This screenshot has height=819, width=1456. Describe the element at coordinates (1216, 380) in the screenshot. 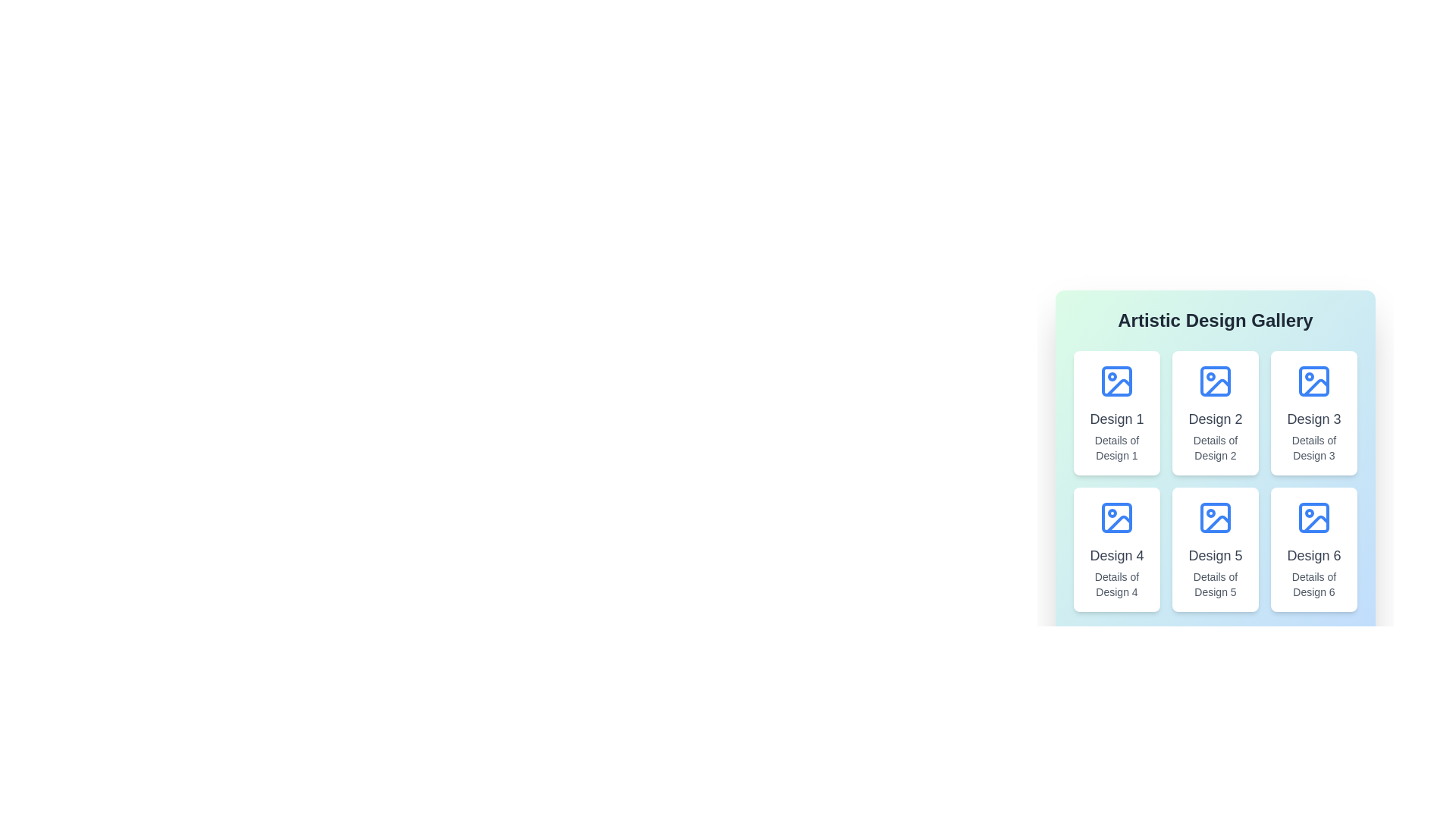

I see `the blue rounded rectangle icon background that is part of the second icon in the top row of the 'Artistic Design Gallery' grid layout, specifically within the 'Design 2' section` at that location.